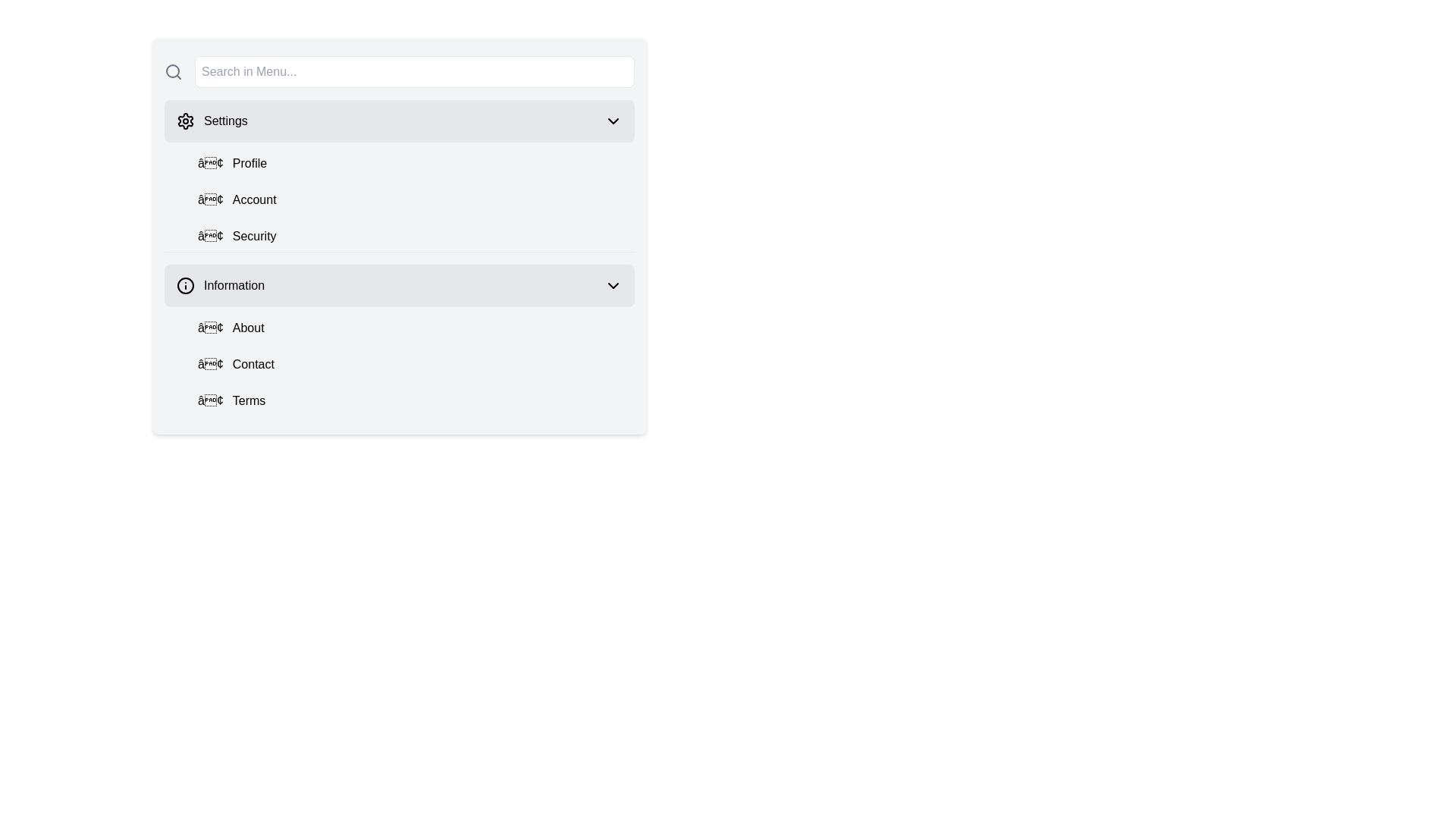 The width and height of the screenshot is (1456, 819). Describe the element at coordinates (400, 199) in the screenshot. I see `an entry in the Navigation List located beneath the 'Settings' section` at that location.